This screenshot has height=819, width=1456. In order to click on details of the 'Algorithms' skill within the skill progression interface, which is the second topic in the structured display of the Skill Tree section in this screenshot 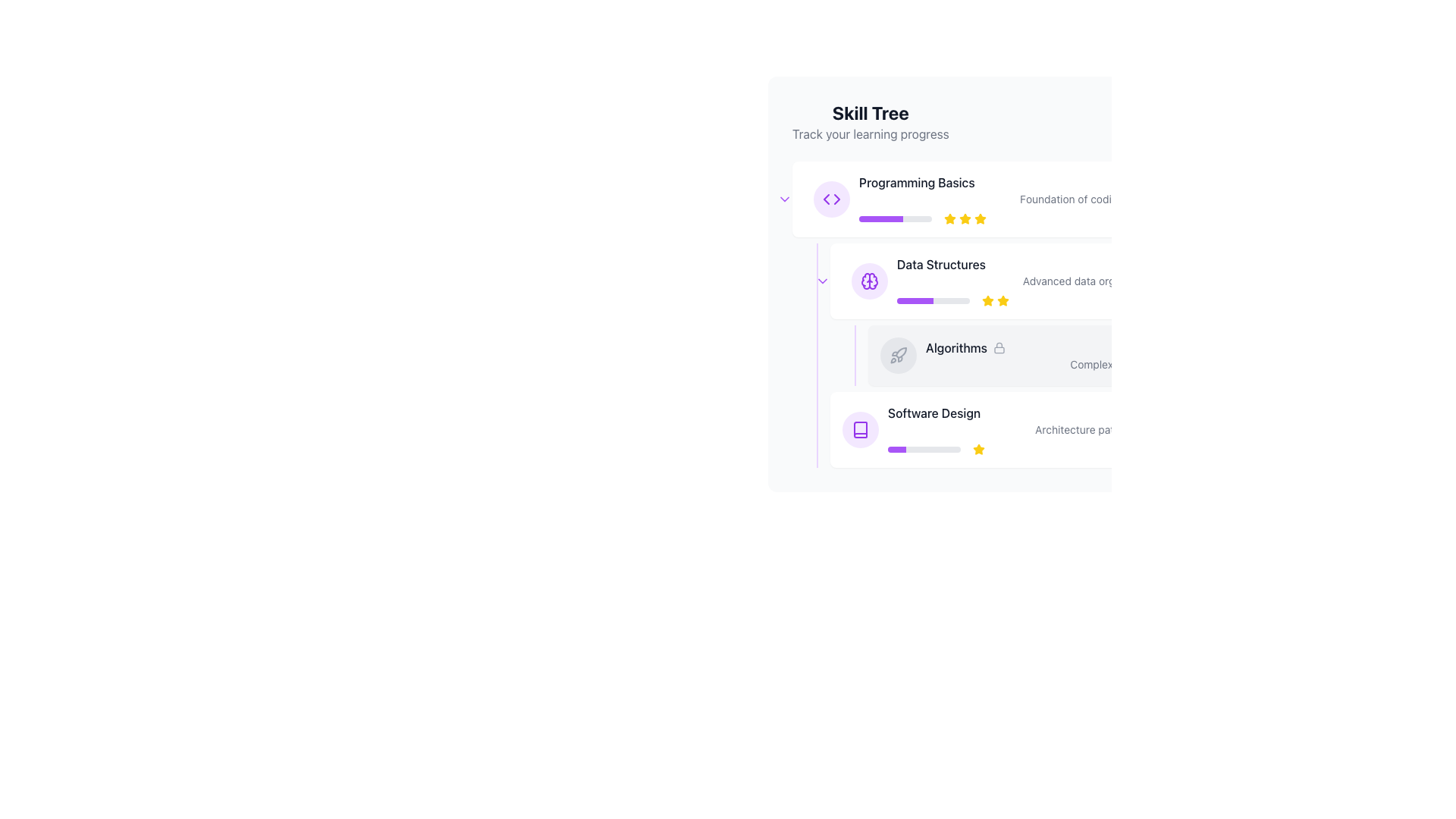, I will do `click(1083, 356)`.